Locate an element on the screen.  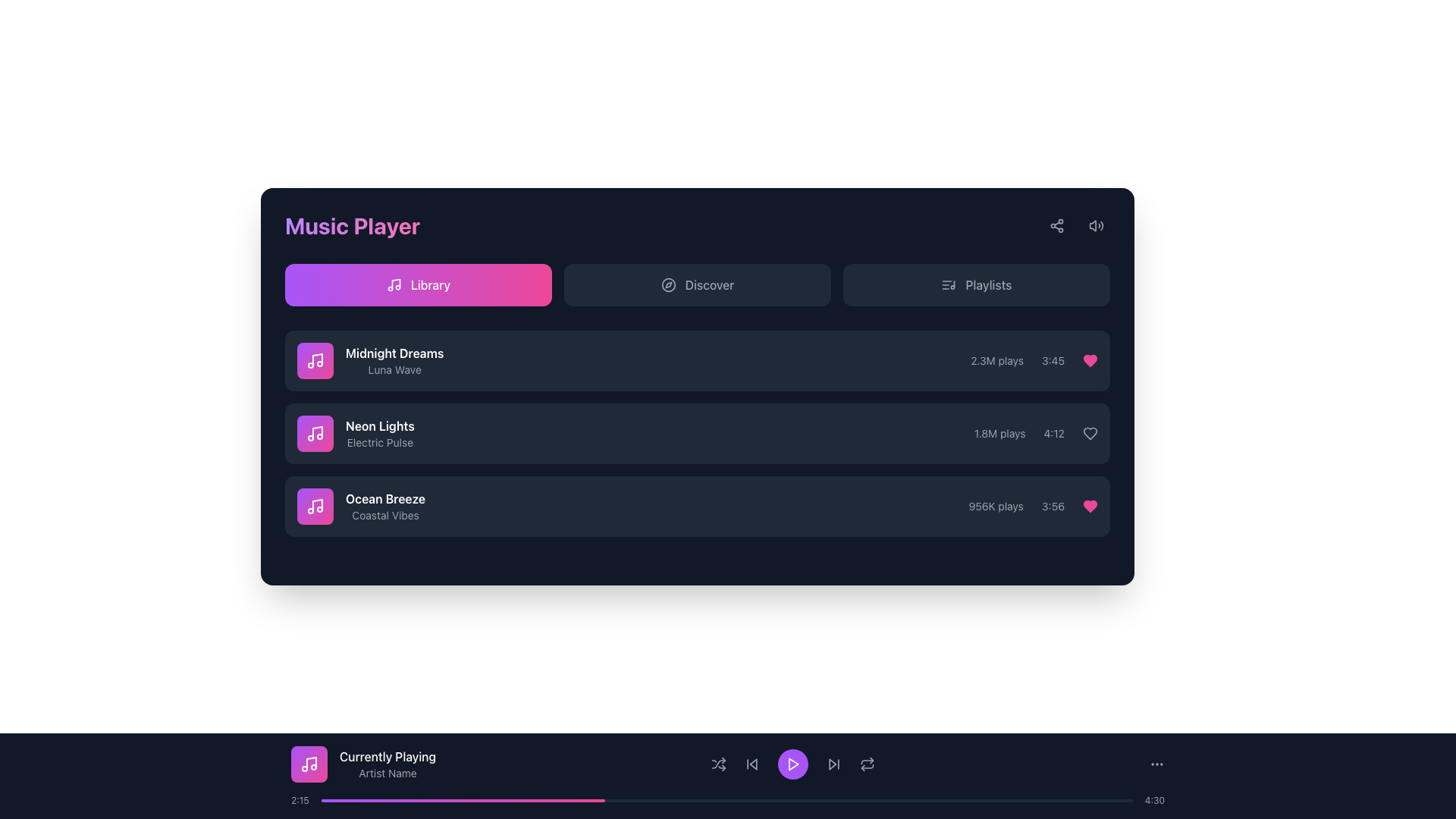
the text display component that shows the title 'Neon Lights' and subtitle 'Electric Pulse', which is the second item in the song list located centrally in the playlist area is located at coordinates (380, 433).